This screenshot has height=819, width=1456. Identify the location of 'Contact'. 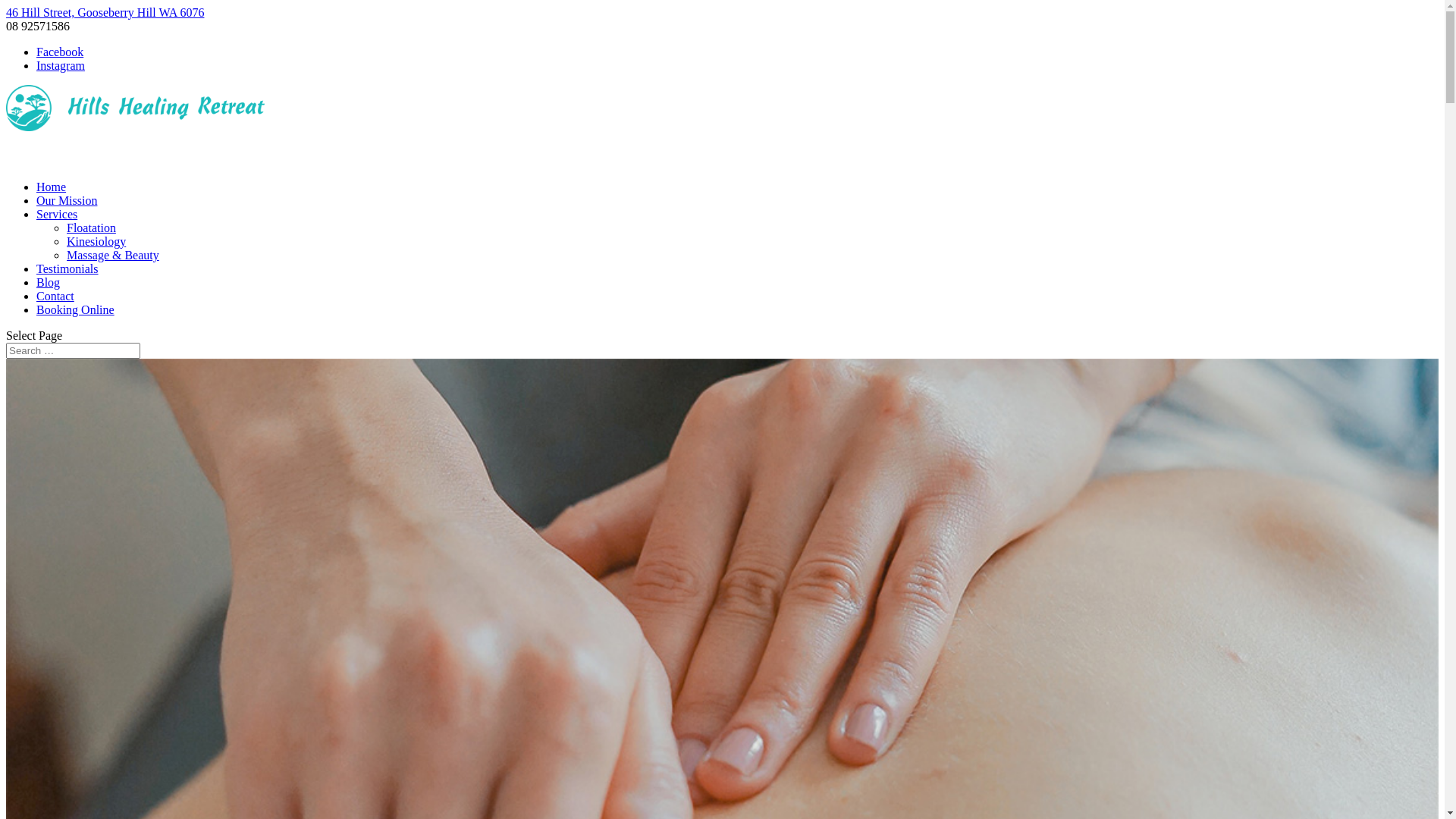
(55, 303).